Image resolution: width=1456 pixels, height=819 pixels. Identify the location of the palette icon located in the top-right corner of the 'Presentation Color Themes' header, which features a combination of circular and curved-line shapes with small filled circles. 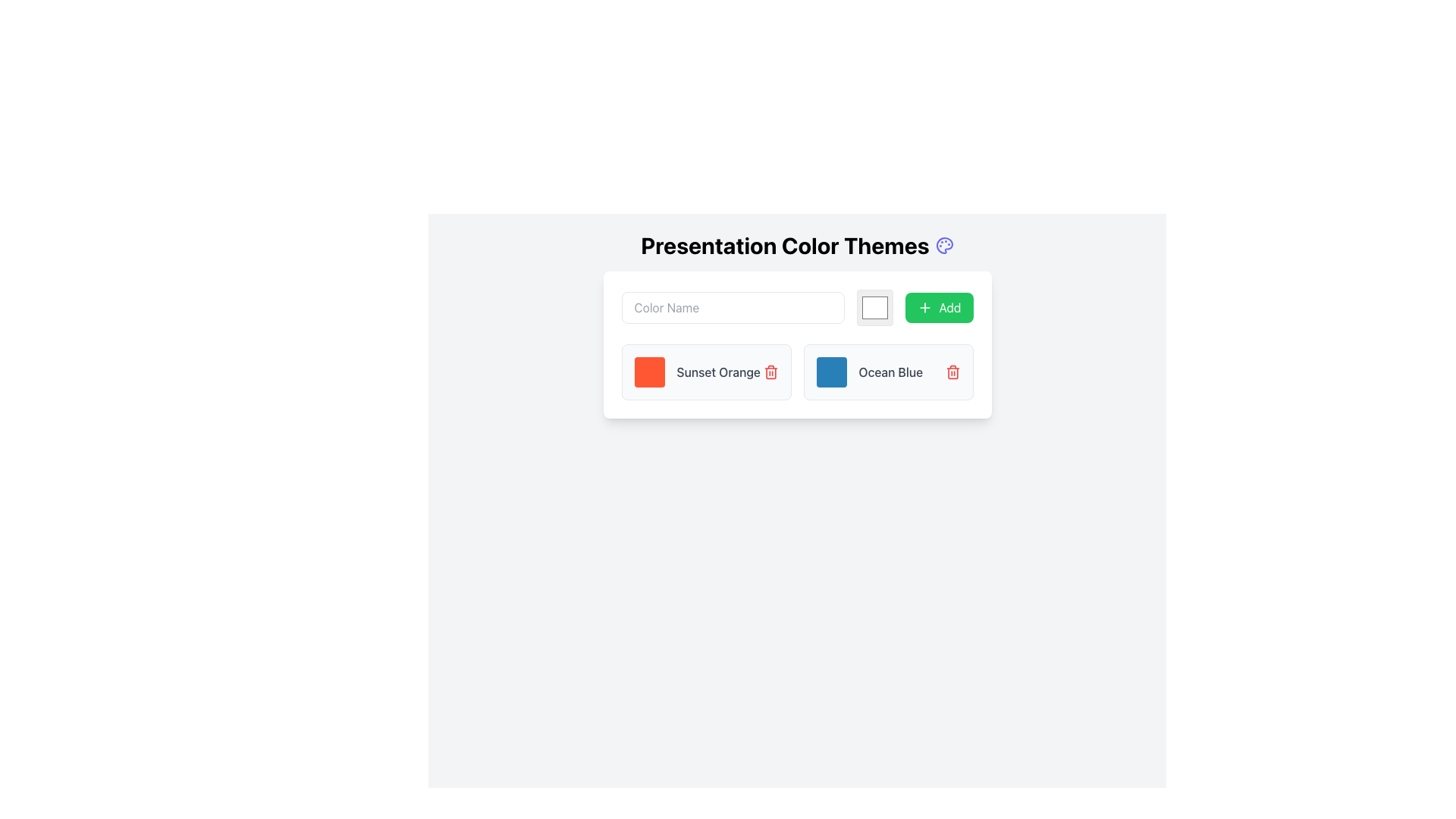
(943, 245).